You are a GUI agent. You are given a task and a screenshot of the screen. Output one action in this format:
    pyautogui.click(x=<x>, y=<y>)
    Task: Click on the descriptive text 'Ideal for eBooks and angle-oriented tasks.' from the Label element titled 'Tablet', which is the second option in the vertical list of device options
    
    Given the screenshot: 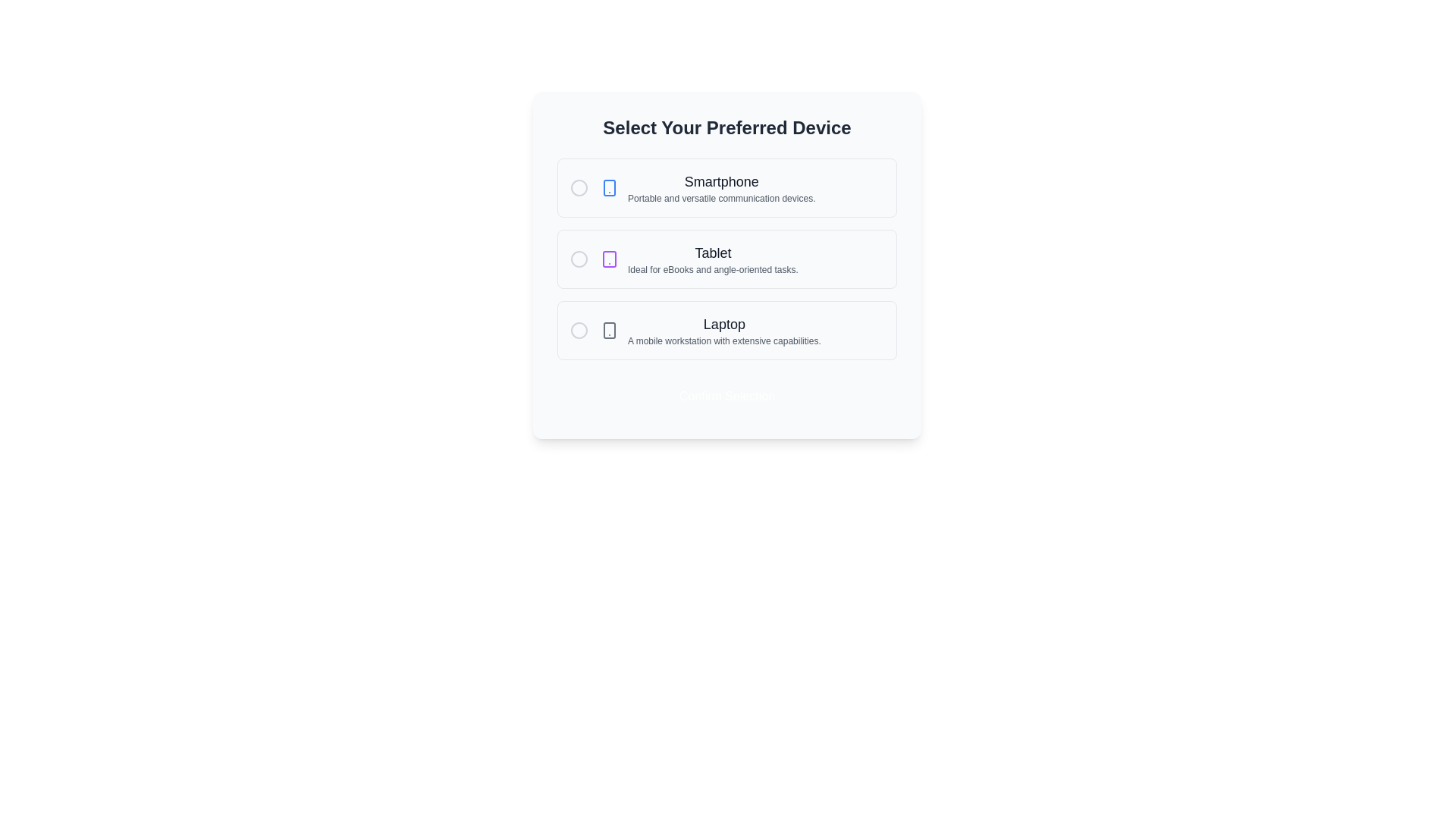 What is the action you would take?
    pyautogui.click(x=712, y=259)
    